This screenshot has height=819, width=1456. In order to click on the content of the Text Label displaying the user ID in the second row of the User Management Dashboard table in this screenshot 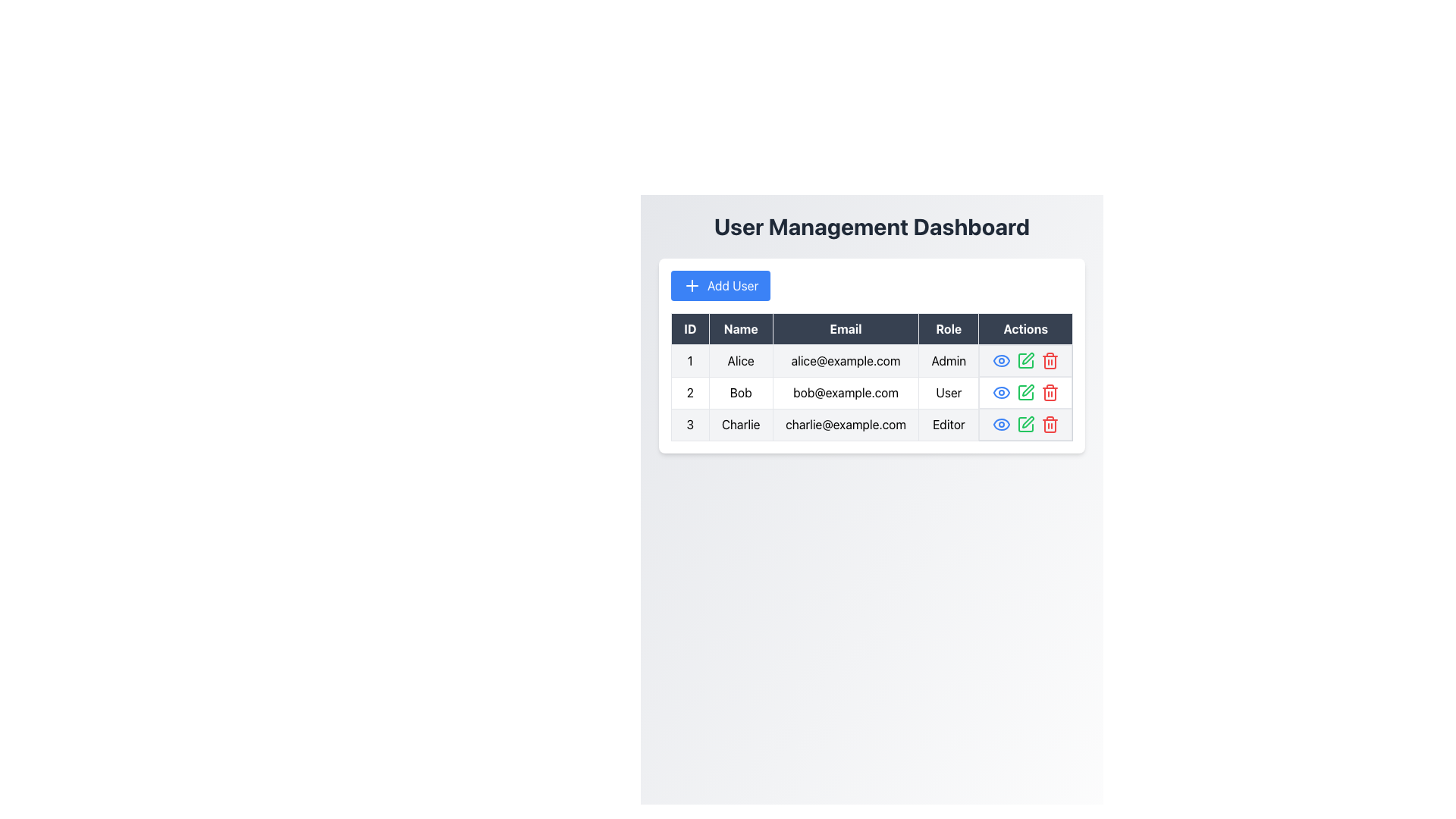, I will do `click(689, 391)`.